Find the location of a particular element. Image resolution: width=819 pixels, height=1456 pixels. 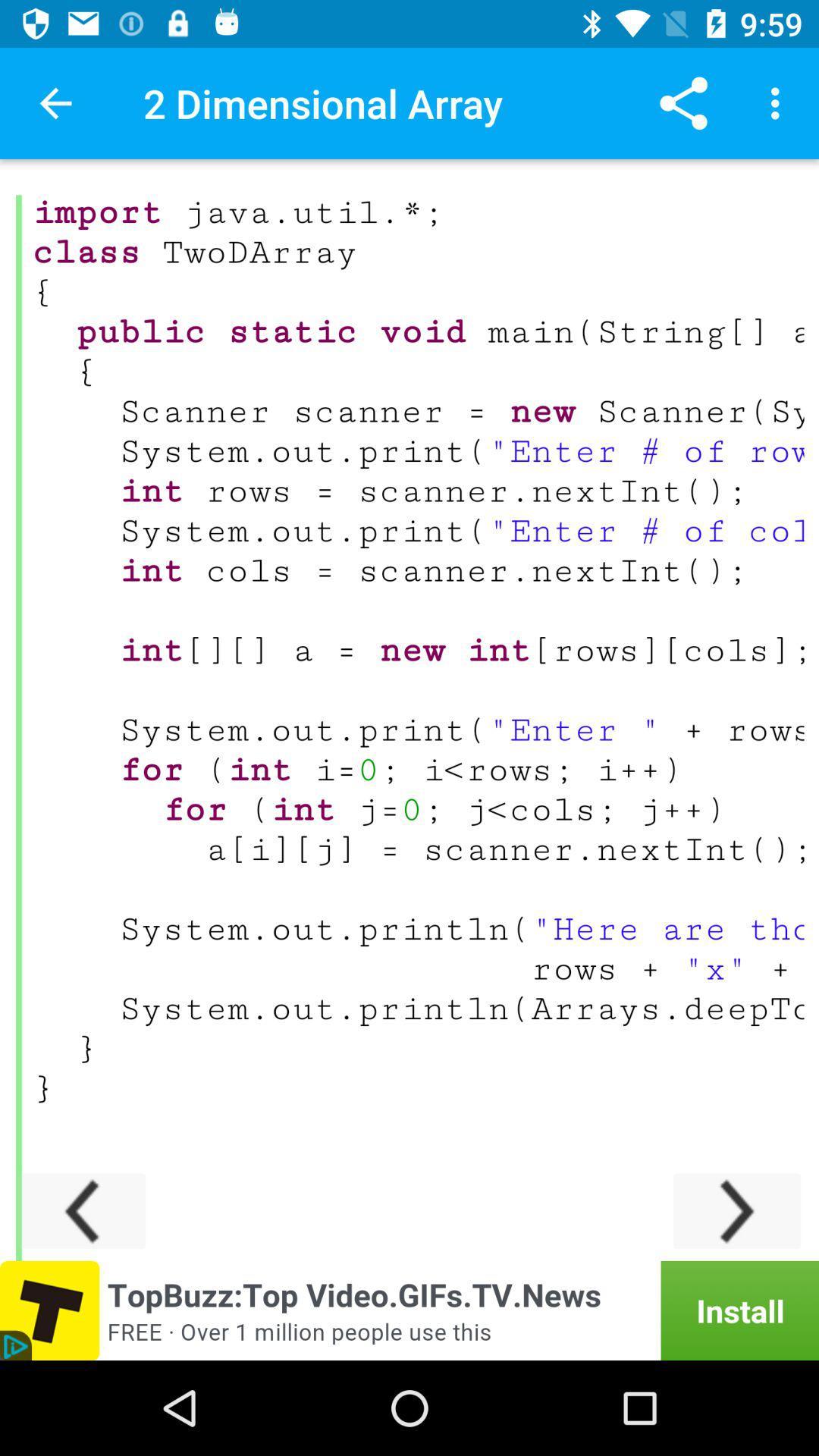

advertisement page is located at coordinates (409, 1310).